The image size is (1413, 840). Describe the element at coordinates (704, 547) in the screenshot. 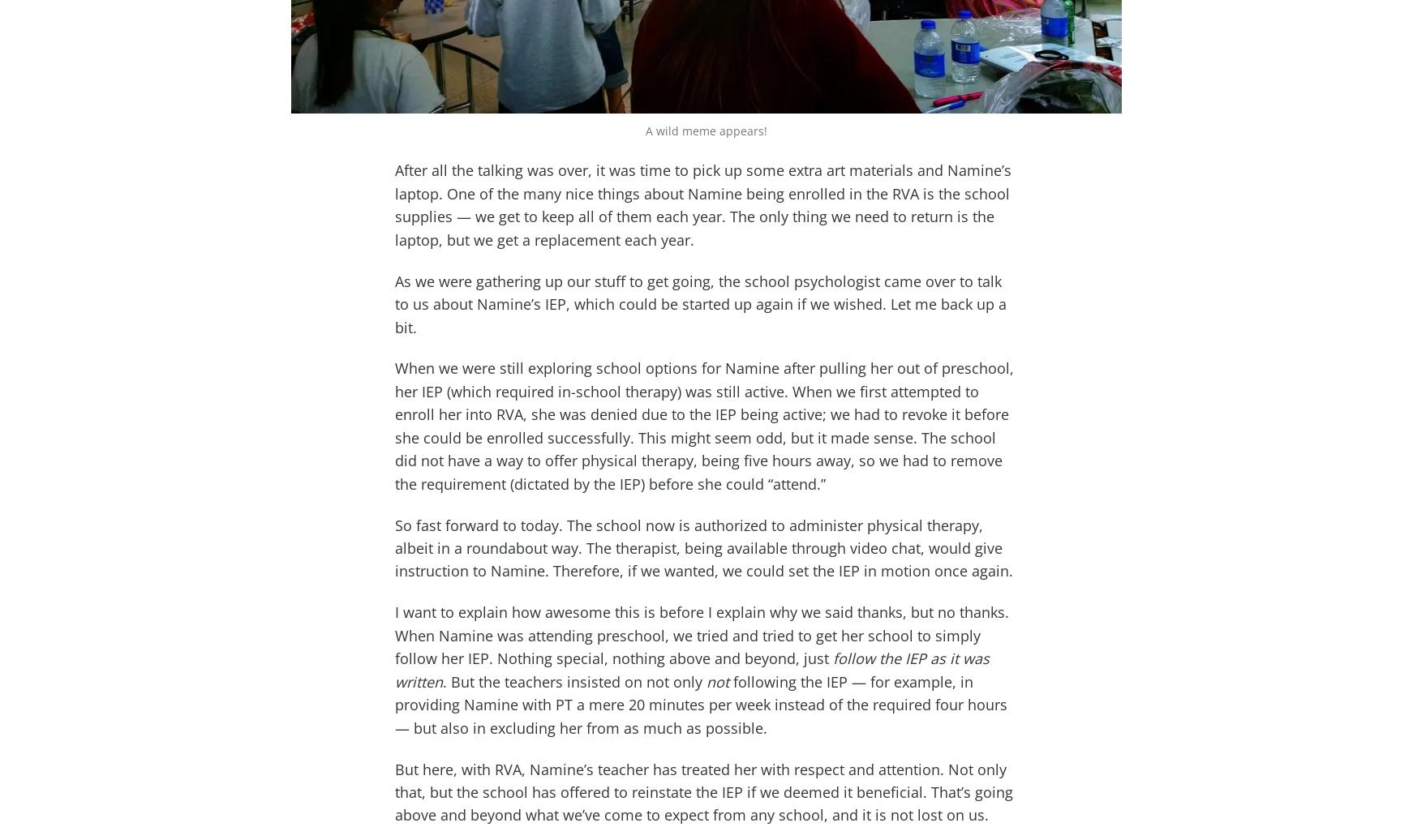

I see `'So fast forward to today. The school now is authorized to administer physical therapy, albeit in a roundabout way. The therapist, being available through video chat, would give instruction to Namine. Therefore, if we wanted, we could set the IEP in motion once again.'` at that location.